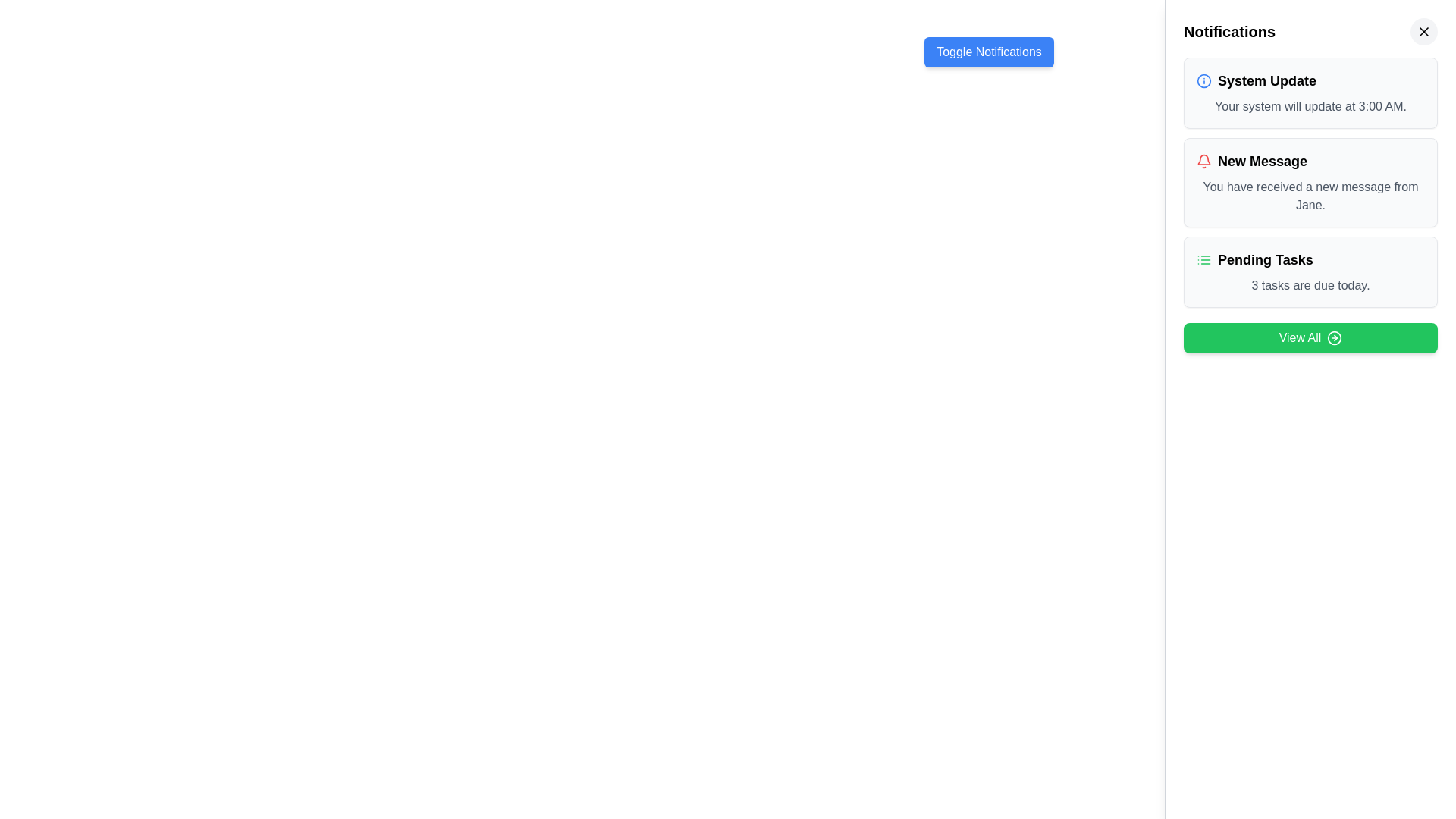 The height and width of the screenshot is (819, 1456). What do you see at coordinates (1310, 271) in the screenshot?
I see `notification card that indicates the number of pending tasks, located as the third entry in the list of notification cards, below 'New Message' and above the 'View All' button` at bounding box center [1310, 271].